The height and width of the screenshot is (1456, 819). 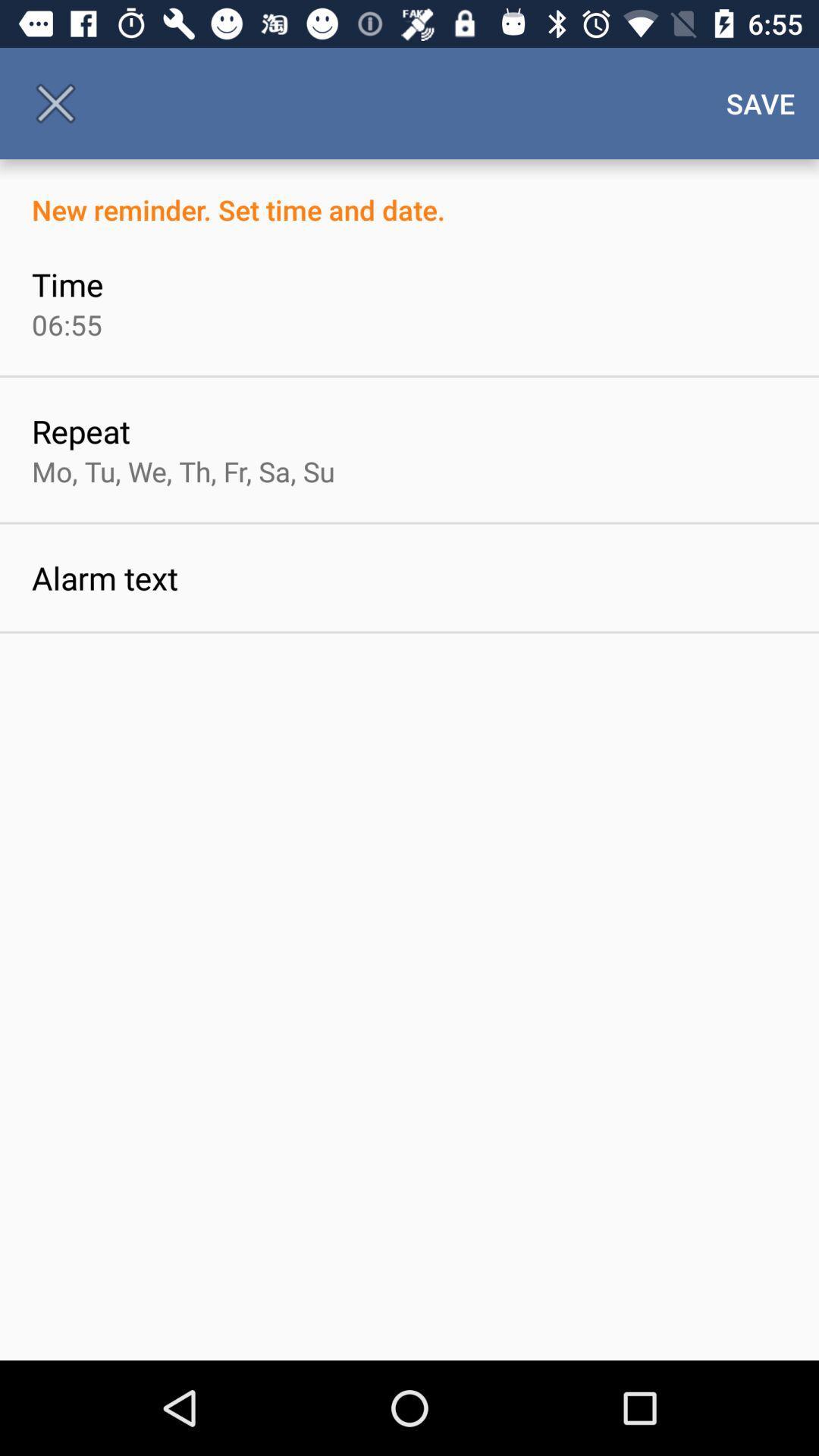 I want to click on icon below time item, so click(x=66, y=324).